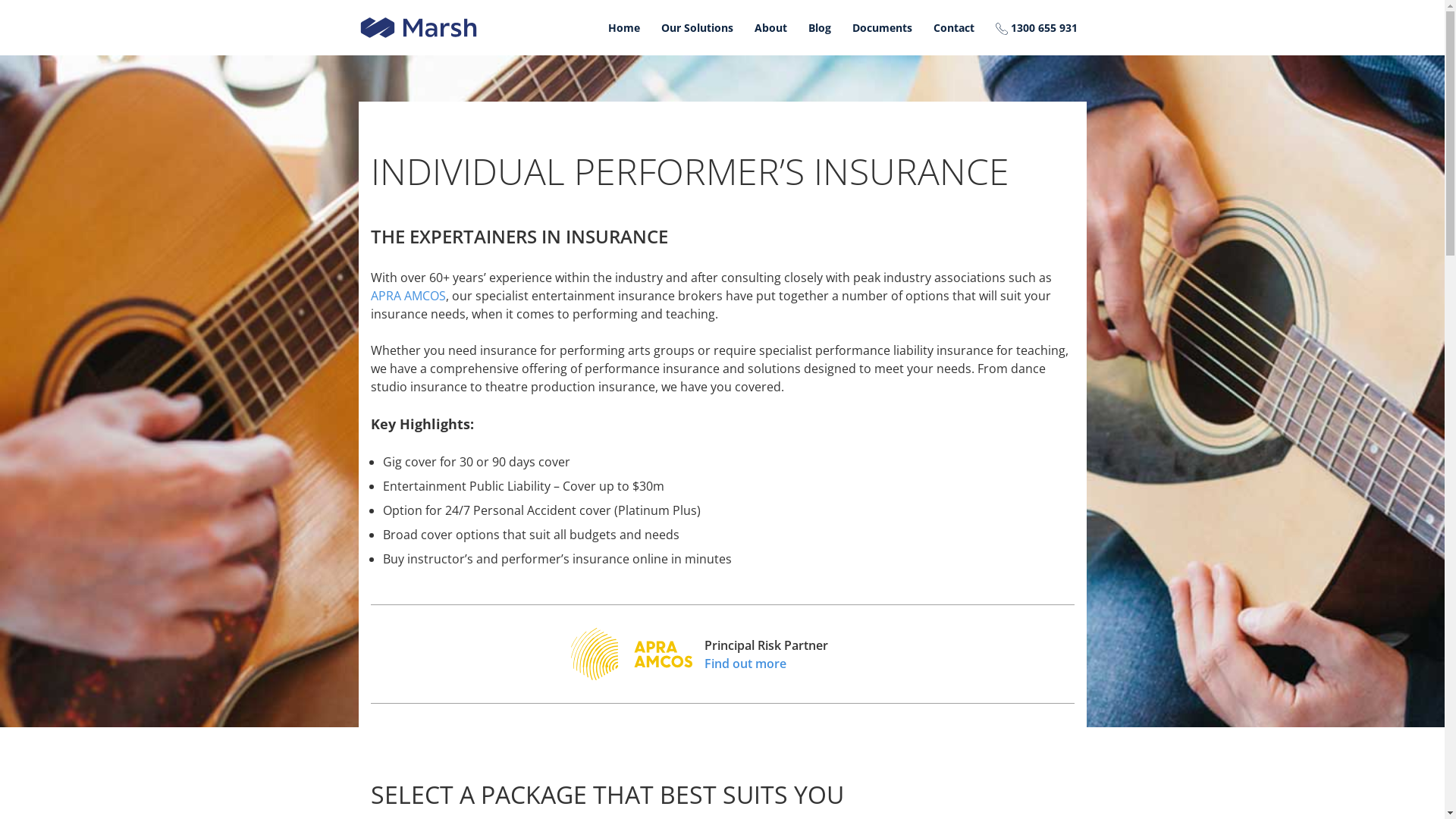  Describe the element at coordinates (818, 28) in the screenshot. I see `'Blog'` at that location.